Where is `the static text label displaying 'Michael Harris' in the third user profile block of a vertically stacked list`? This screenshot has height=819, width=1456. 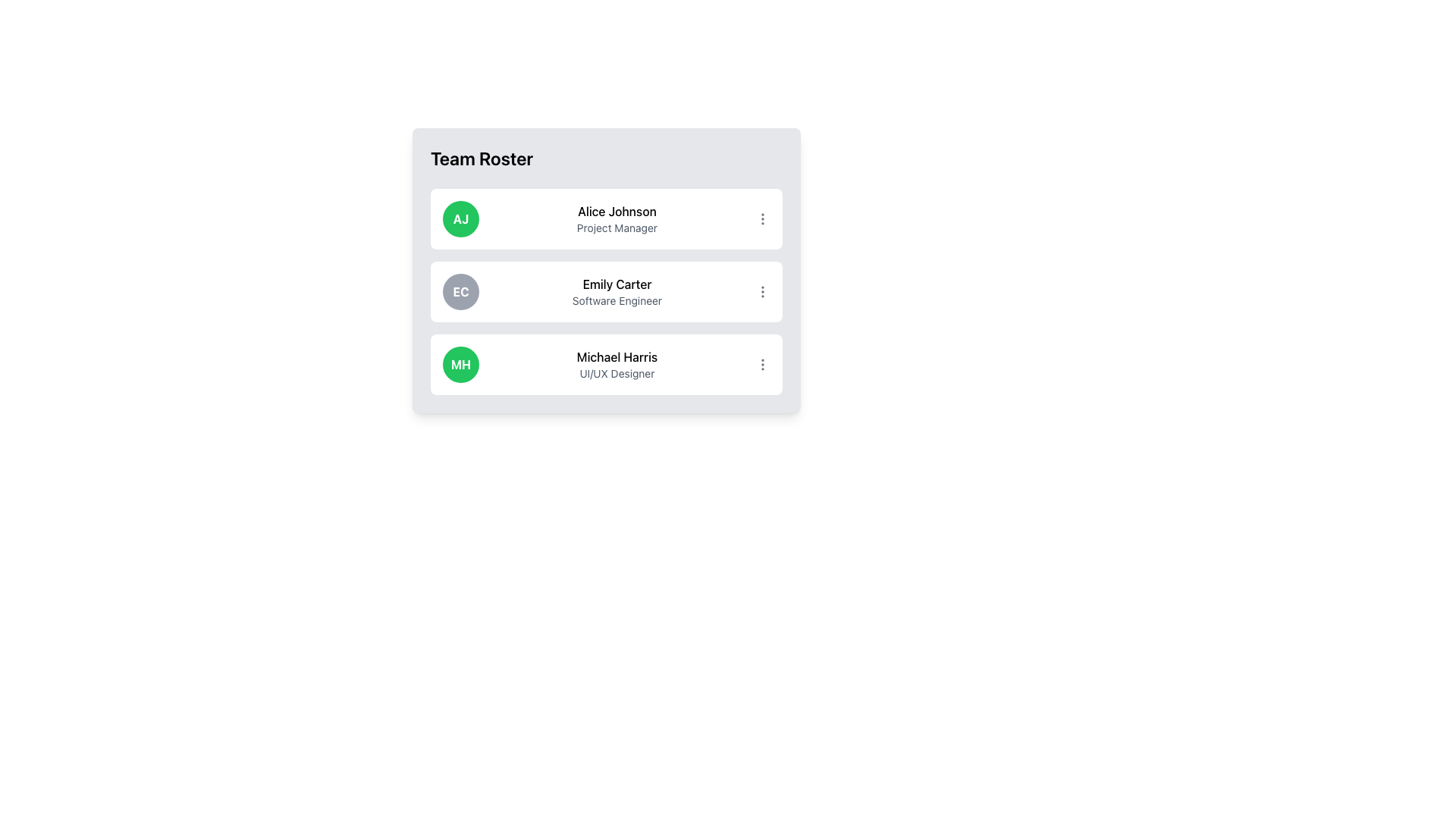
the static text label displaying 'Michael Harris' in the third user profile block of a vertically stacked list is located at coordinates (617, 356).